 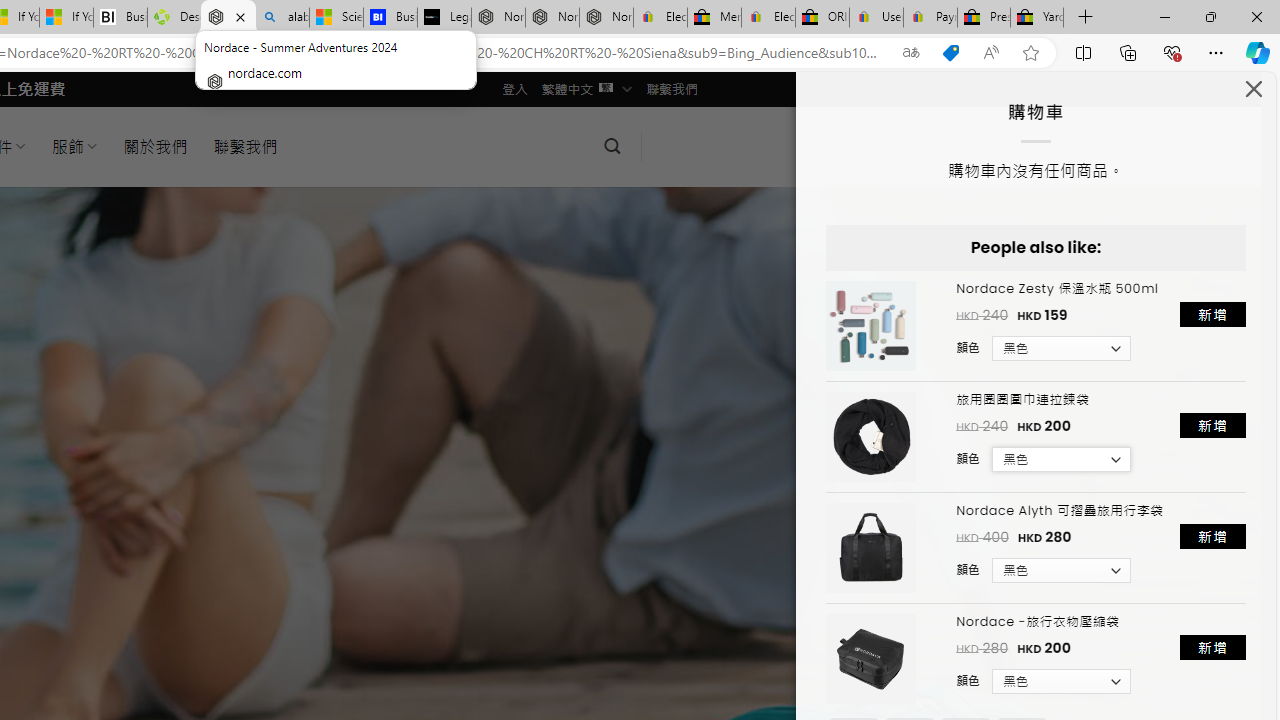 What do you see at coordinates (767, 17) in the screenshot?
I see `'Electronics, Cars, Fashion, Collectibles & More | eBay'` at bounding box center [767, 17].